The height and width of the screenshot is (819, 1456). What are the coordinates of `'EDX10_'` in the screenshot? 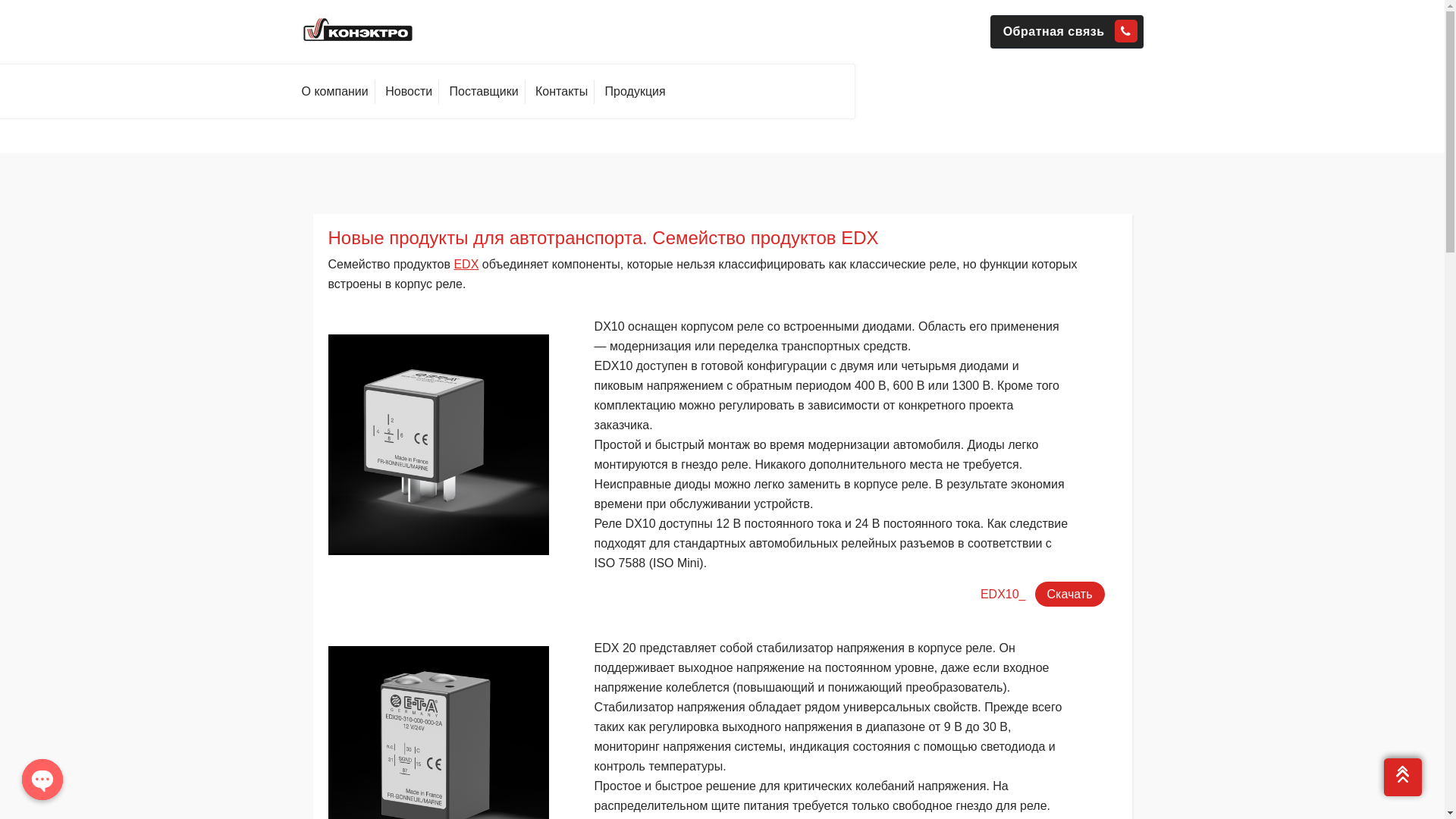 It's located at (1003, 593).